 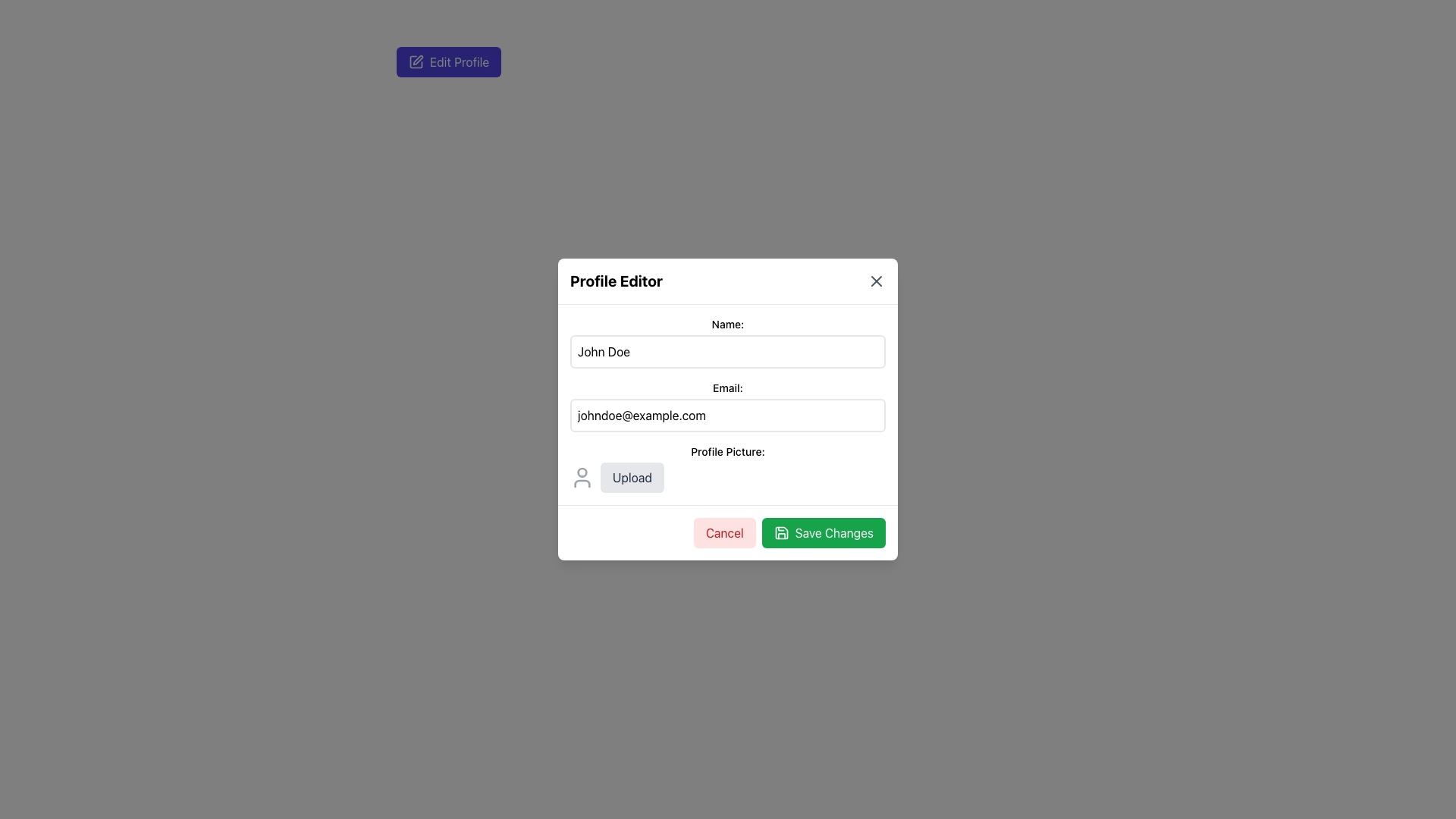 I want to click on the text label reading 'Profile Picture:' located within the 'Profile Editor' dialog box, positioned directly above the 'Upload' button, so click(x=728, y=451).